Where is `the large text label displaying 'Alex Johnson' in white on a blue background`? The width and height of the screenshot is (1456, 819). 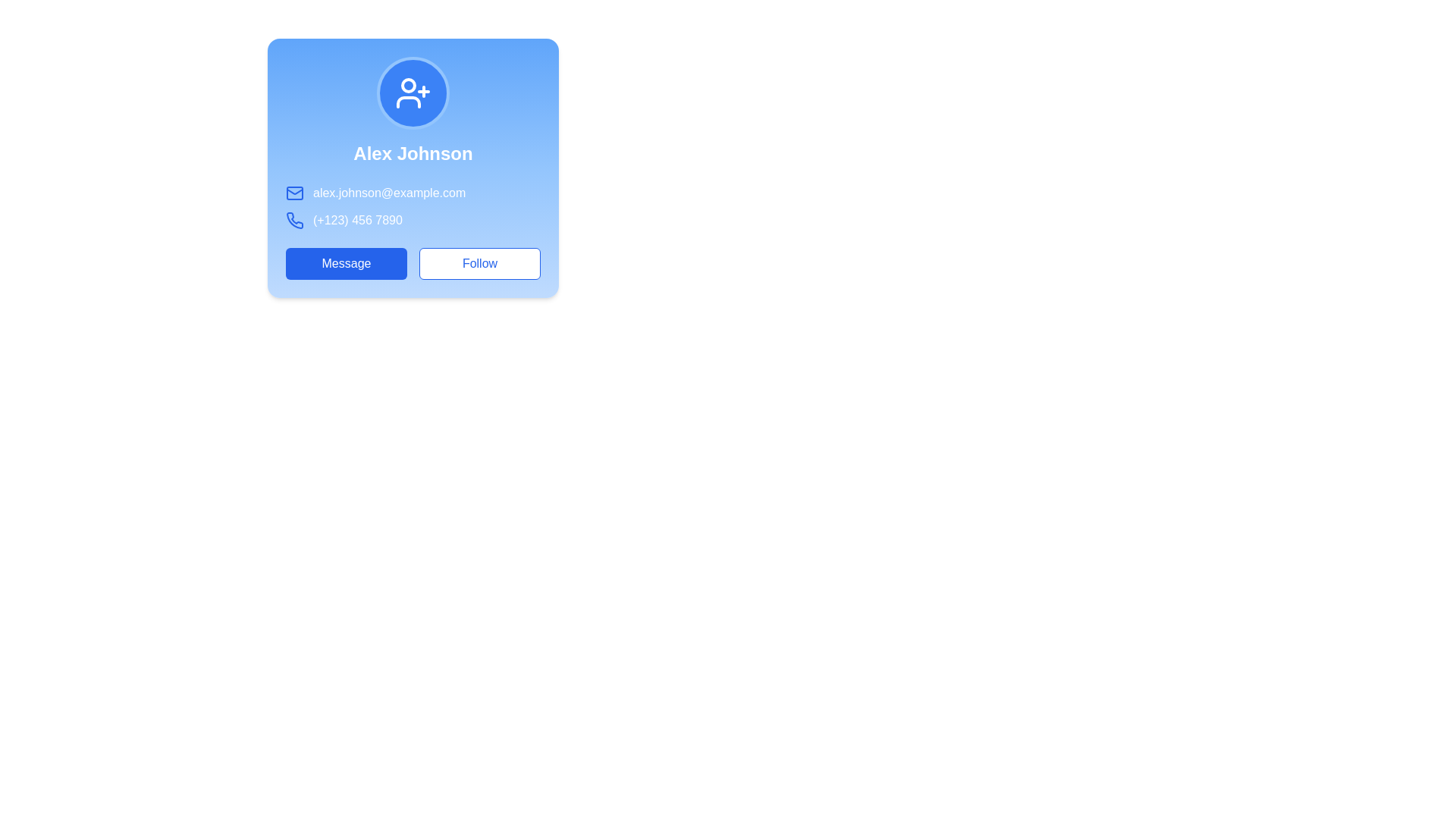 the large text label displaying 'Alex Johnson' in white on a blue background is located at coordinates (413, 154).